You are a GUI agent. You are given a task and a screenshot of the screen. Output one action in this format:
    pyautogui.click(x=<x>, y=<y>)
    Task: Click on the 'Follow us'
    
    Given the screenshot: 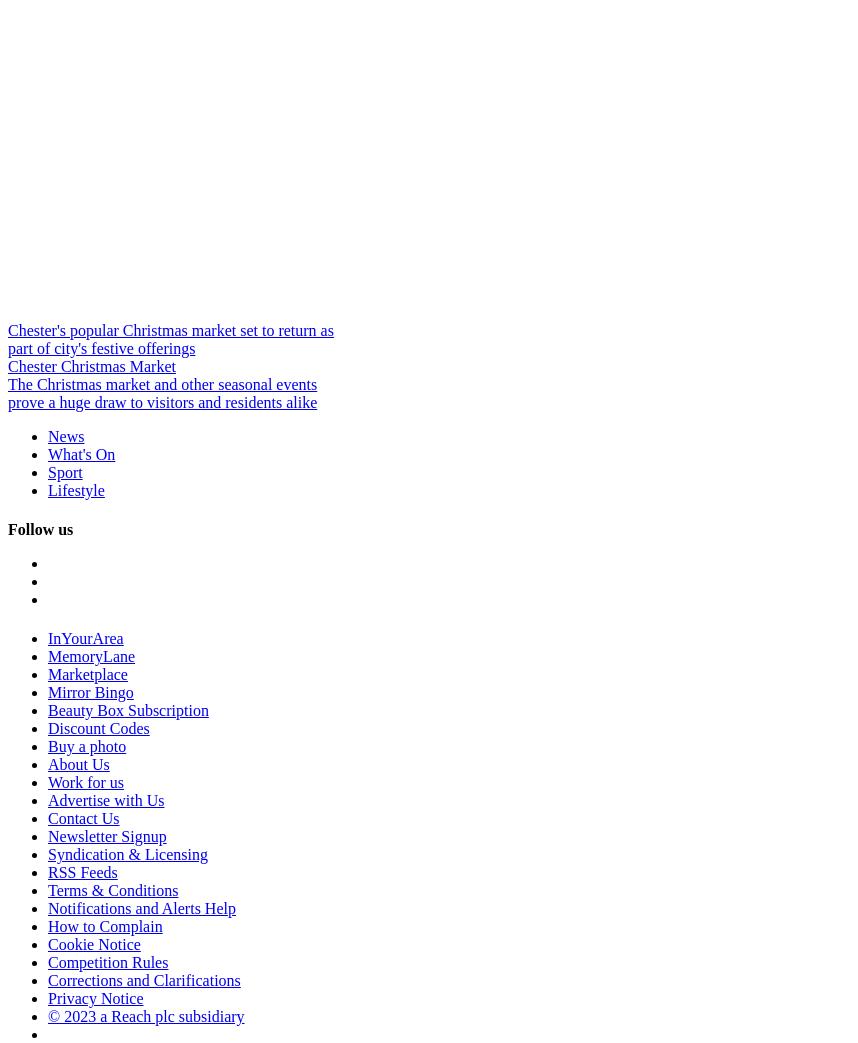 What is the action you would take?
    pyautogui.click(x=40, y=529)
    